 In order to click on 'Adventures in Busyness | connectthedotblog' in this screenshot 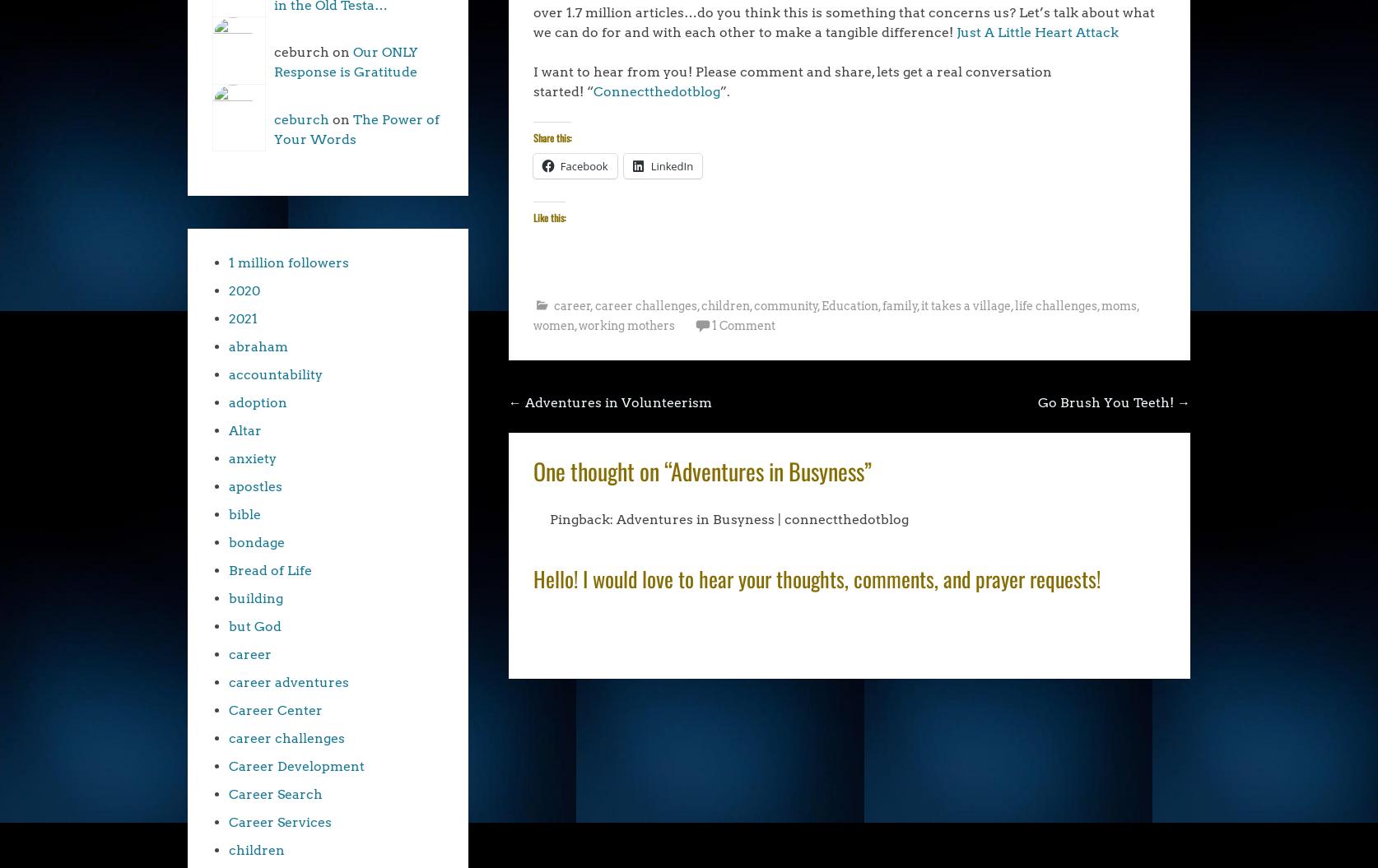, I will do `click(761, 518)`.